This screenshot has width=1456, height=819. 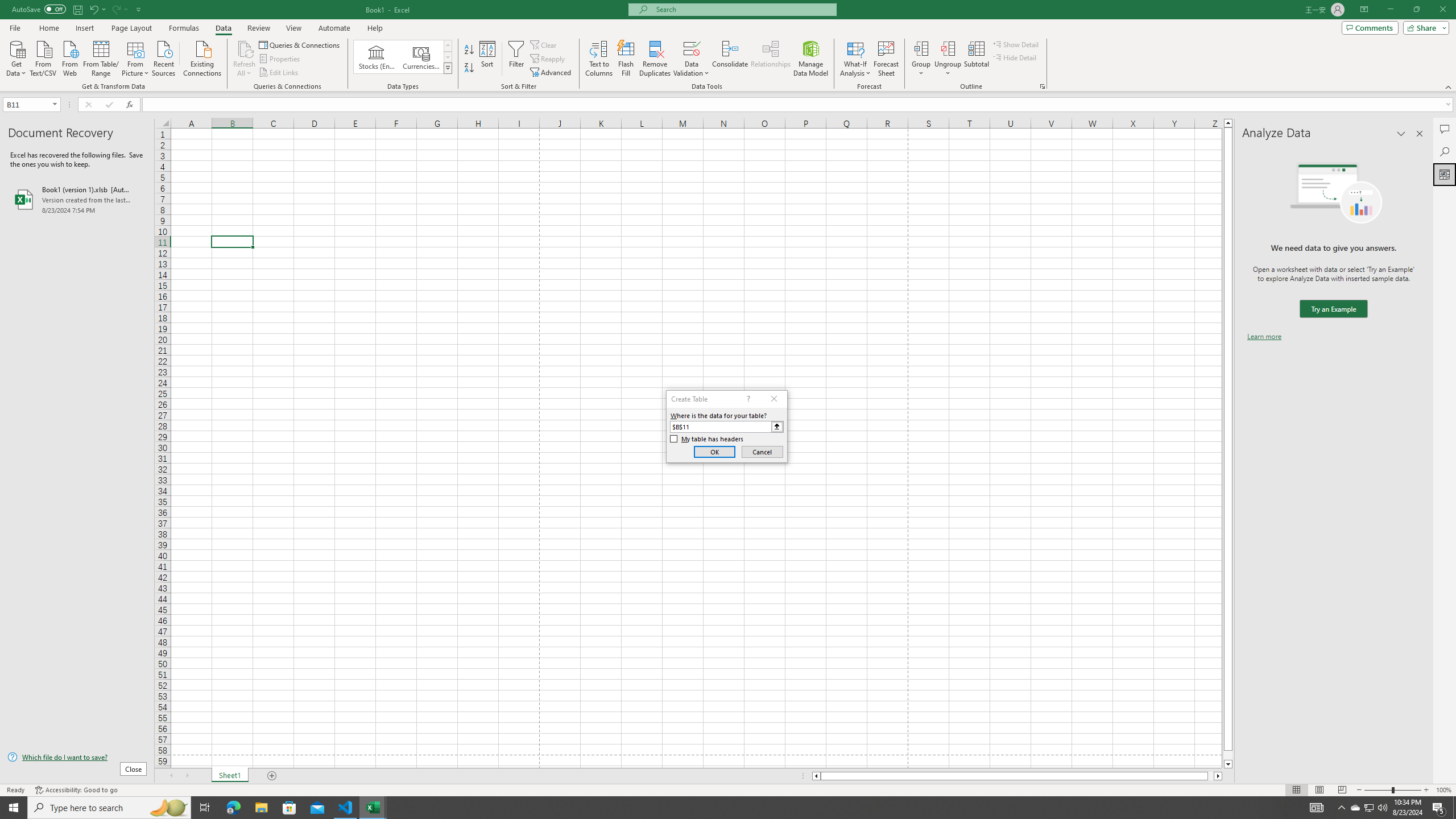 I want to click on 'Properties', so click(x=280, y=59).